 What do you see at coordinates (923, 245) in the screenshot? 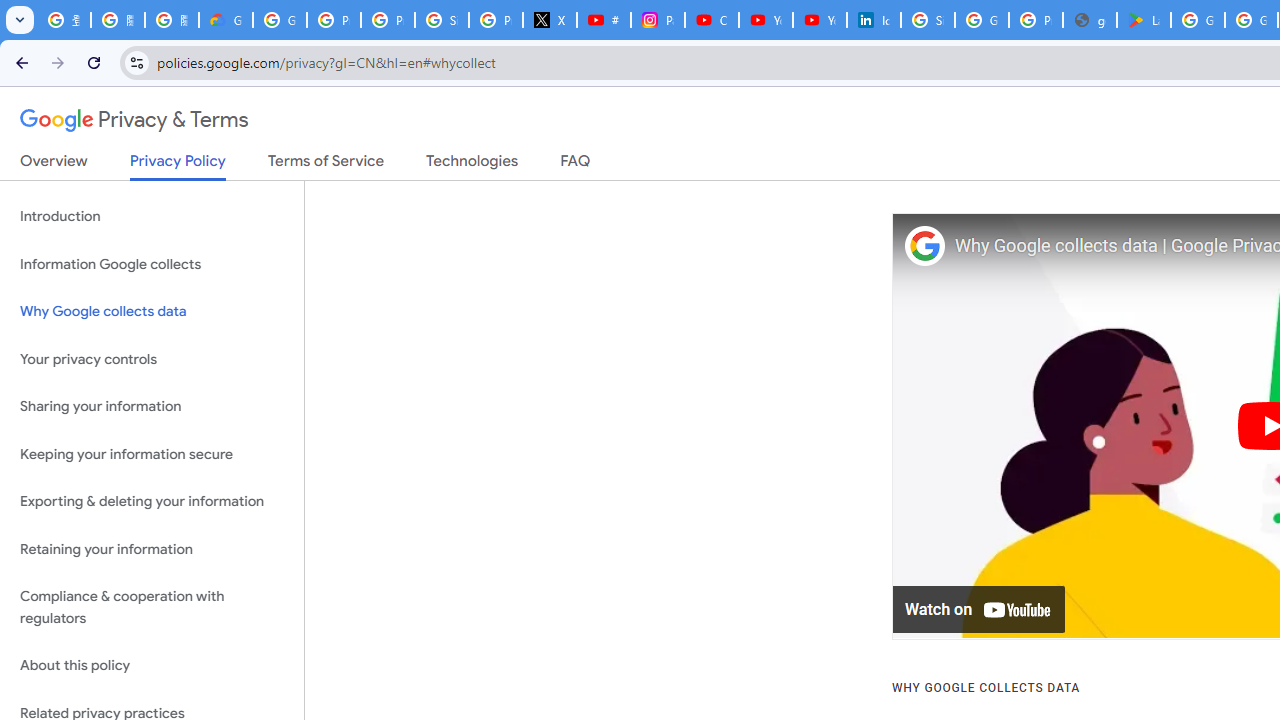
I see `'Photo image of Google'` at bounding box center [923, 245].